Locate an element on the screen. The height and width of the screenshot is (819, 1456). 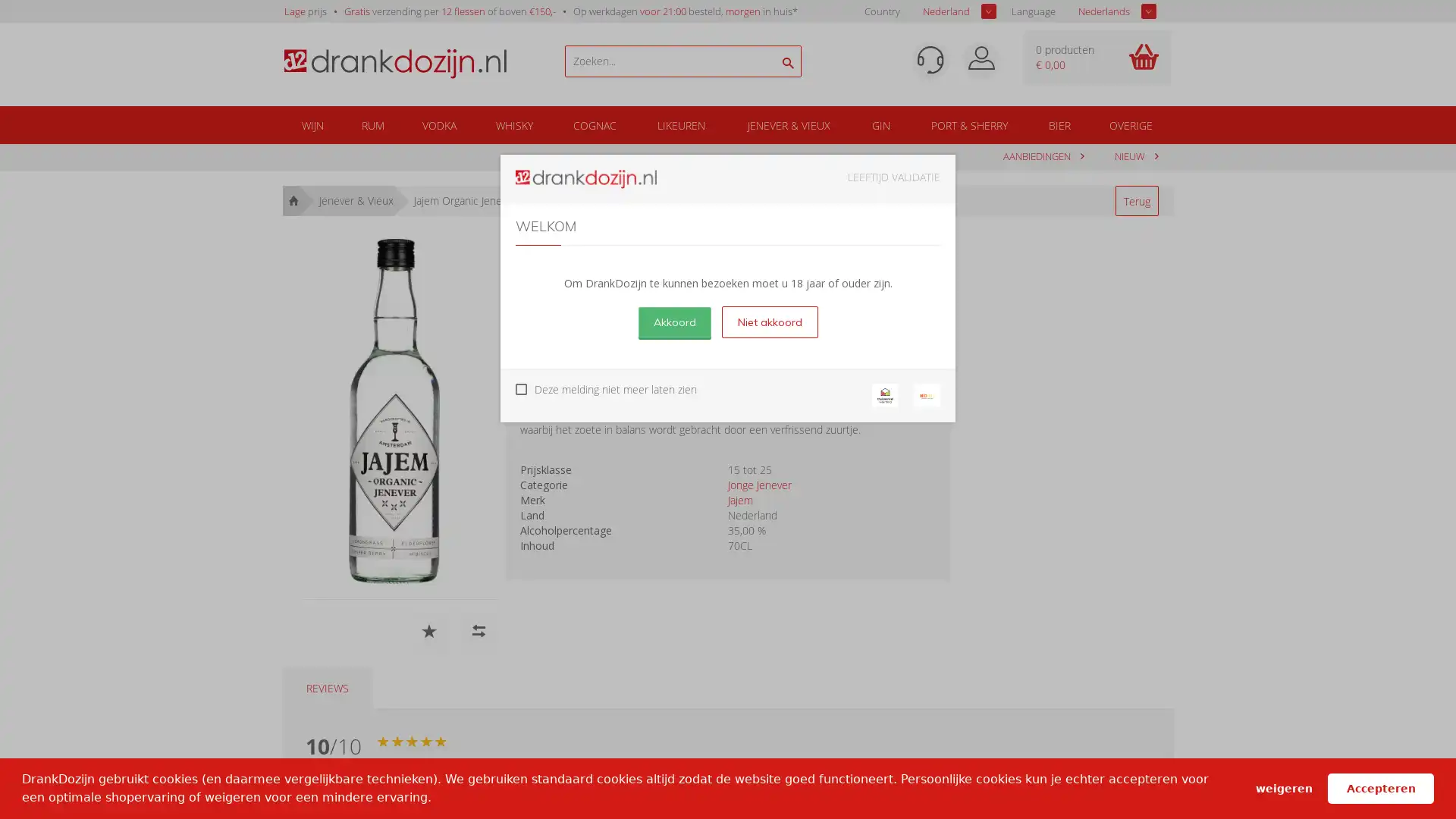
Akkoord is located at coordinates (673, 321).